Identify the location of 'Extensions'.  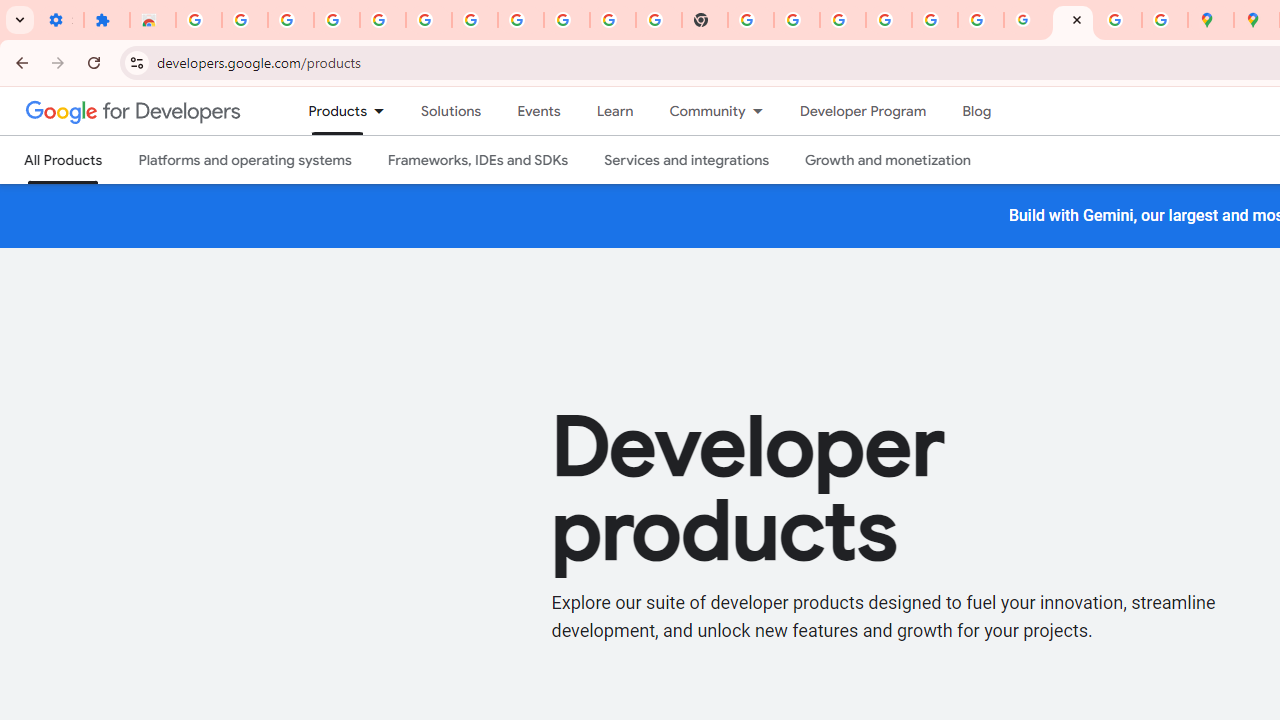
(106, 20).